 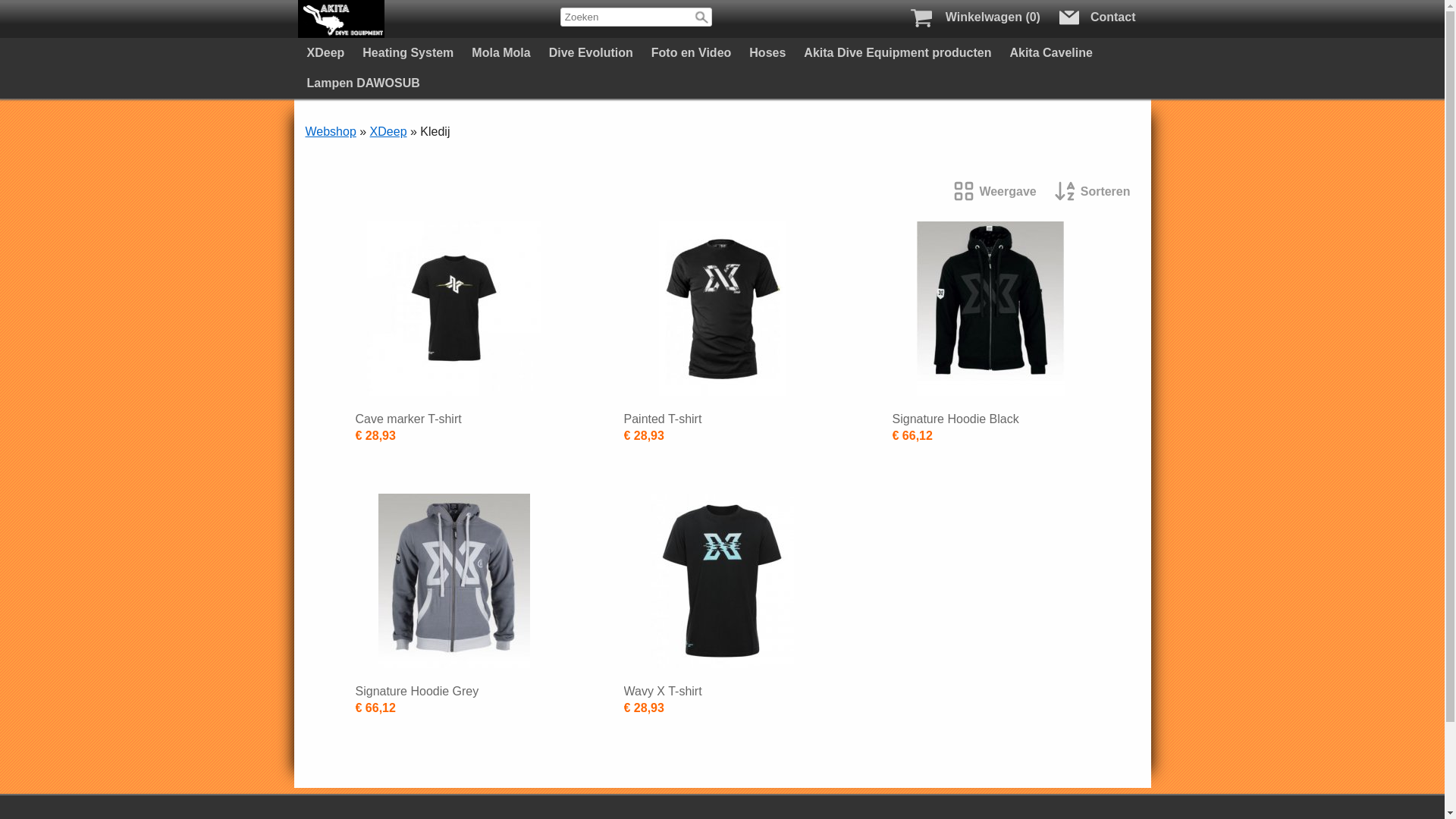 What do you see at coordinates (739, 52) in the screenshot?
I see `'Hoses'` at bounding box center [739, 52].